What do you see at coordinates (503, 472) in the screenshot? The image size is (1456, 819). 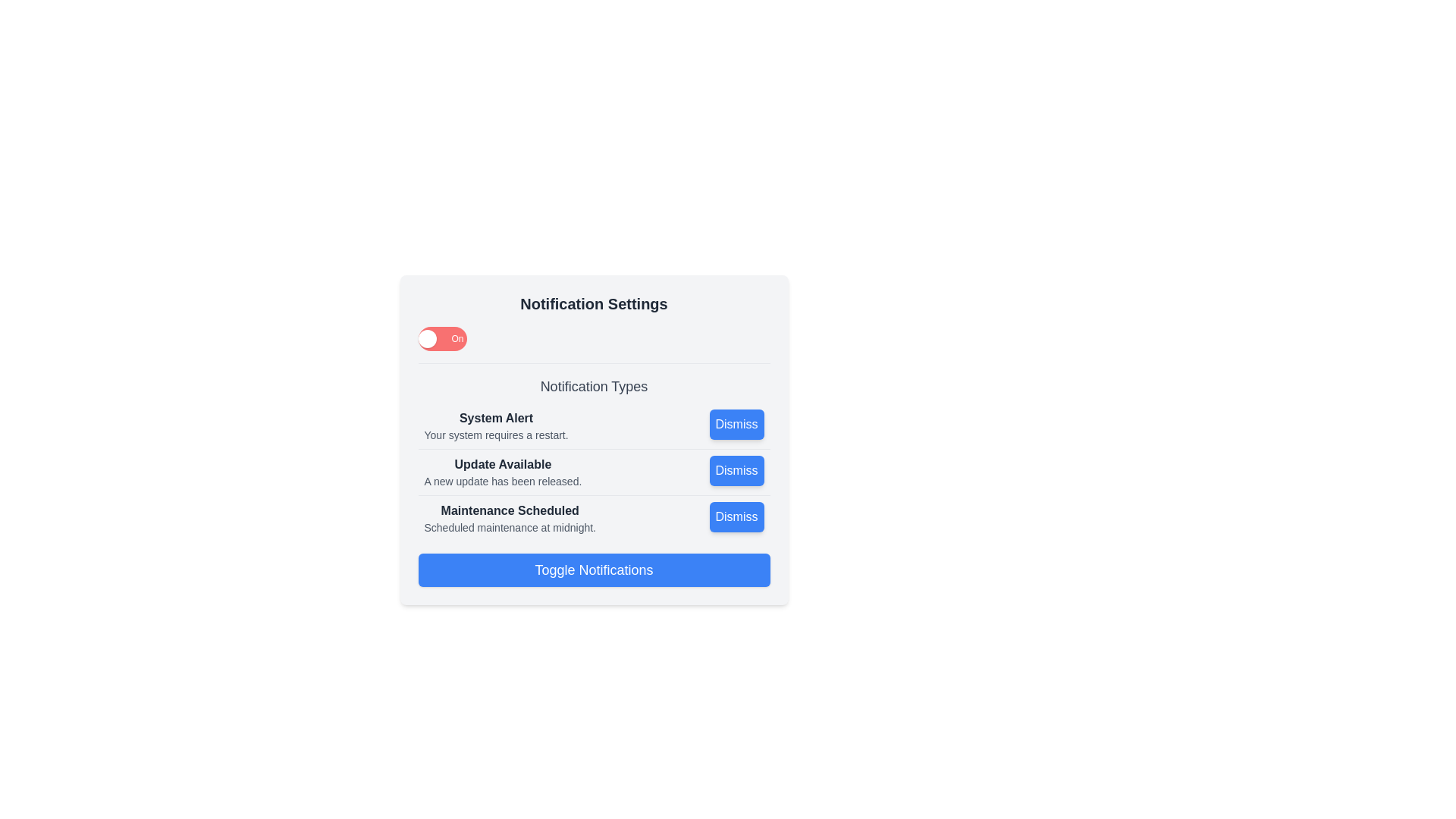 I see `information displayed in the 'Update Available' text label, which consists of two lines: 'Update Available' and 'A new update has been released.'` at bounding box center [503, 472].